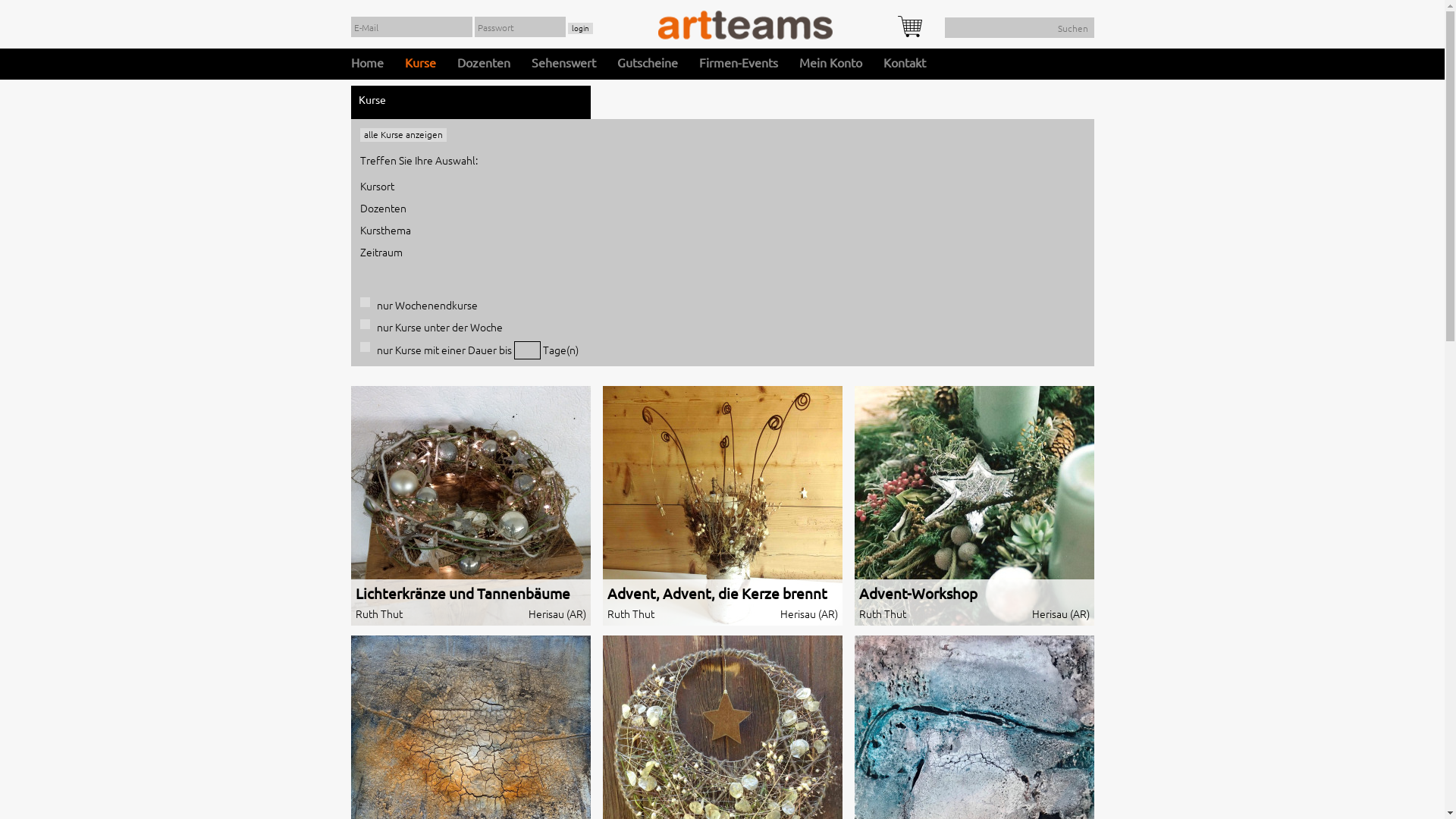  Describe the element at coordinates (739, 63) in the screenshot. I see `'Firmen-Events'` at that location.